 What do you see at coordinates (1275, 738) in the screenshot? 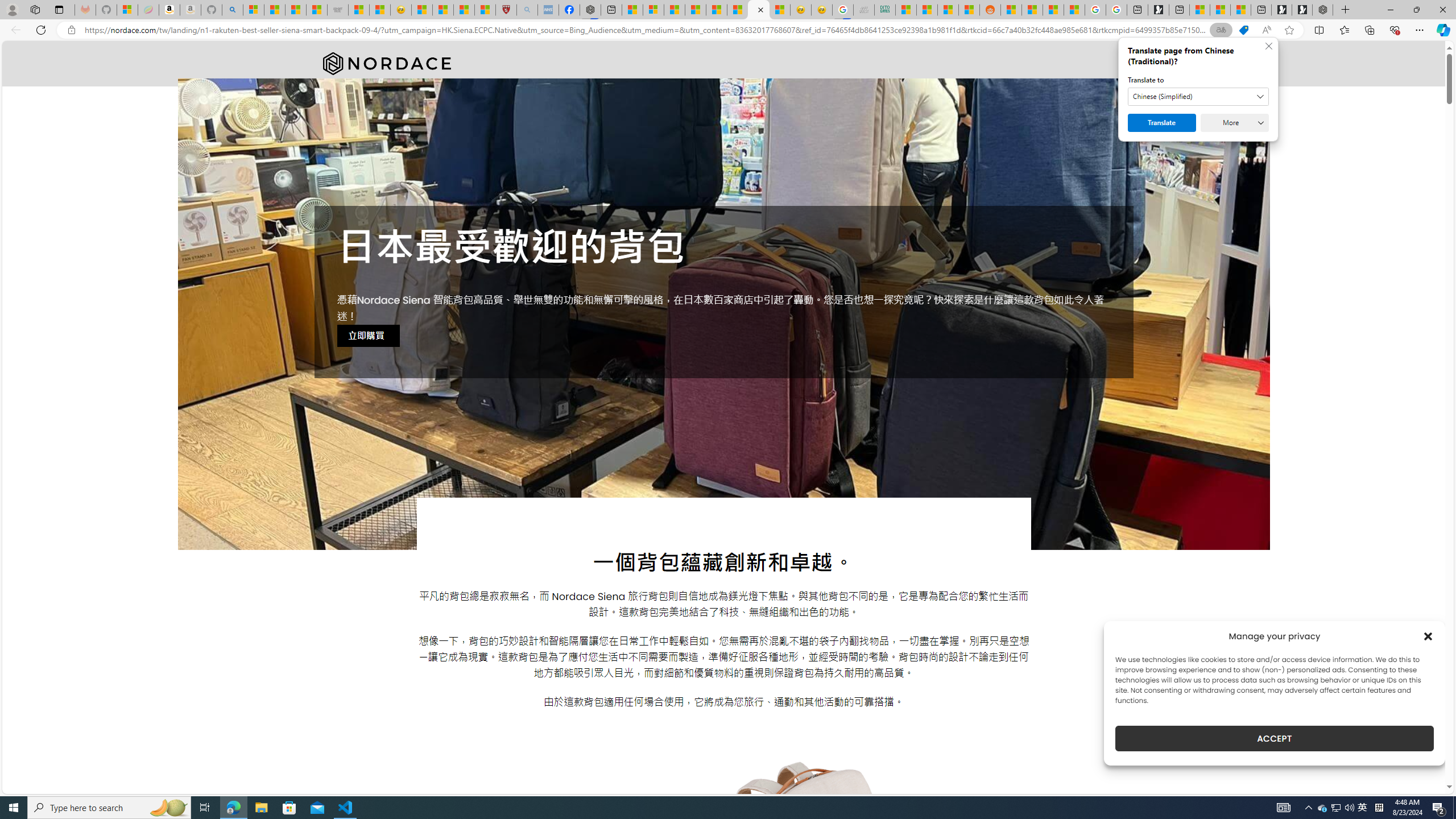
I see `'ACCEPT'` at bounding box center [1275, 738].